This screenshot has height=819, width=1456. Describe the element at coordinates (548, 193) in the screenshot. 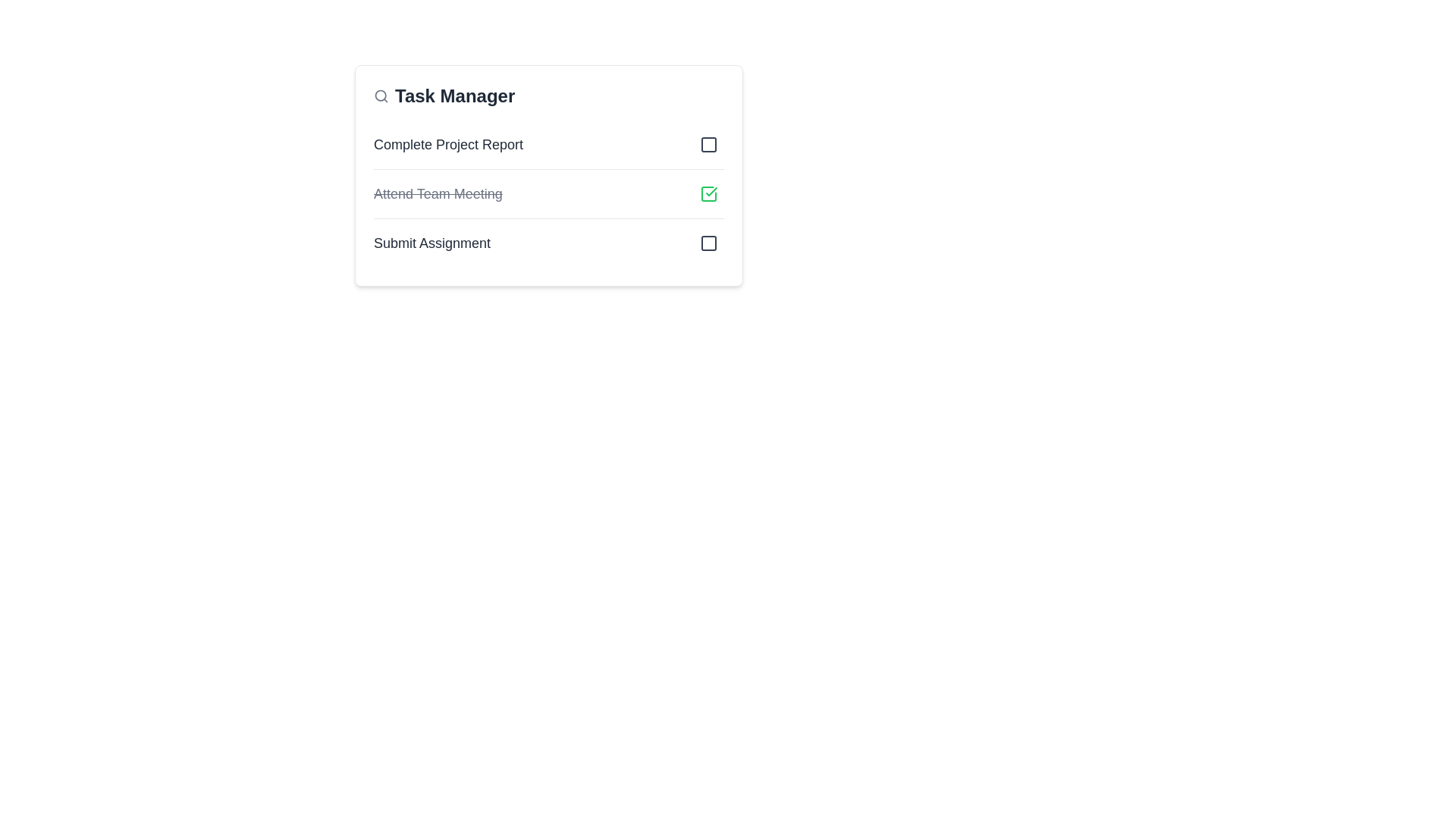

I see `the individual task item in the task management list` at that location.